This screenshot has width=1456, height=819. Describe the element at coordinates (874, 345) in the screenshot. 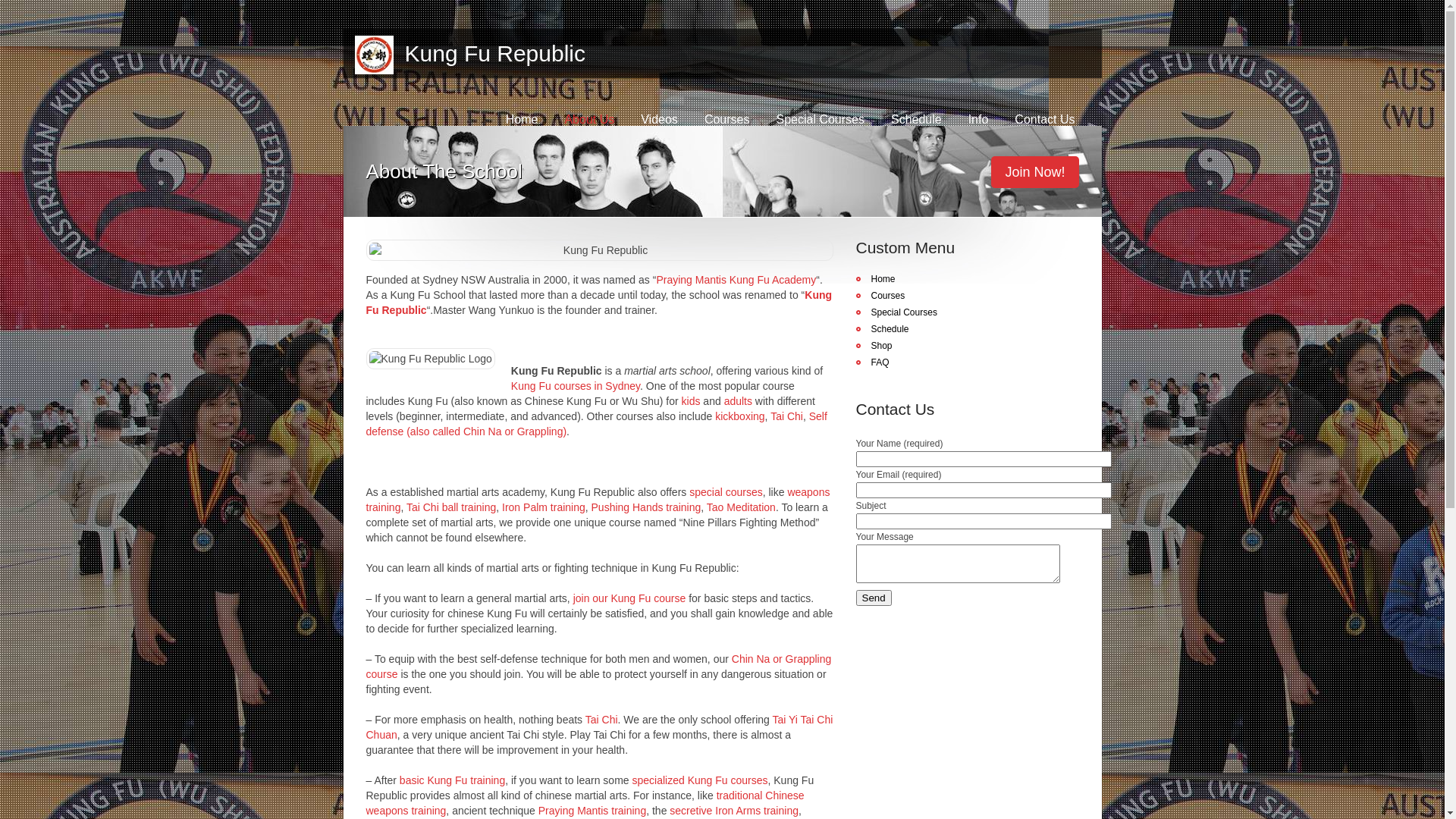

I see `'Shop'` at that location.